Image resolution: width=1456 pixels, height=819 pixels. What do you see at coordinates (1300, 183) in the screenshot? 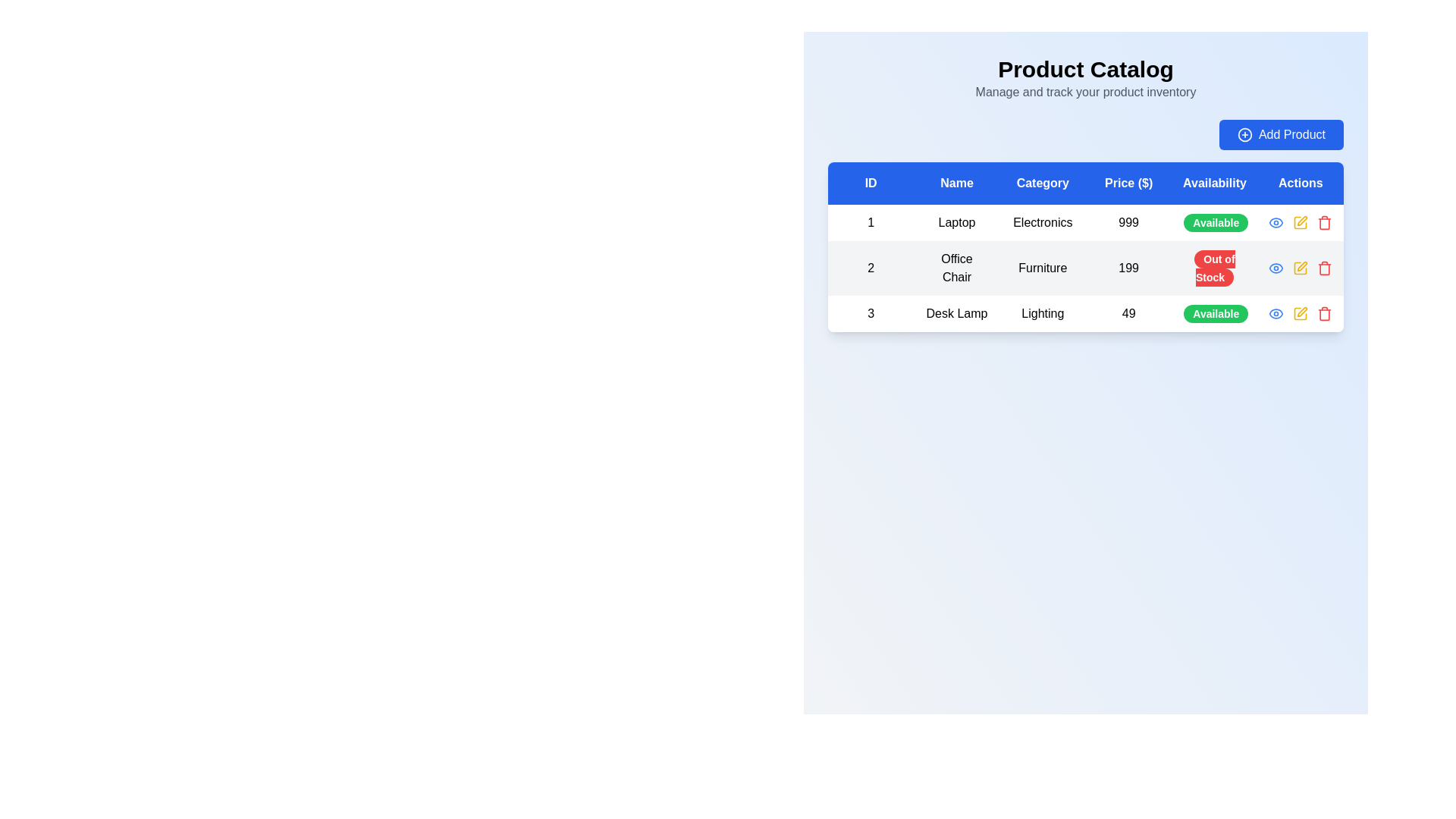
I see `the last column header in the table, located in the top-right section of the interface` at bounding box center [1300, 183].